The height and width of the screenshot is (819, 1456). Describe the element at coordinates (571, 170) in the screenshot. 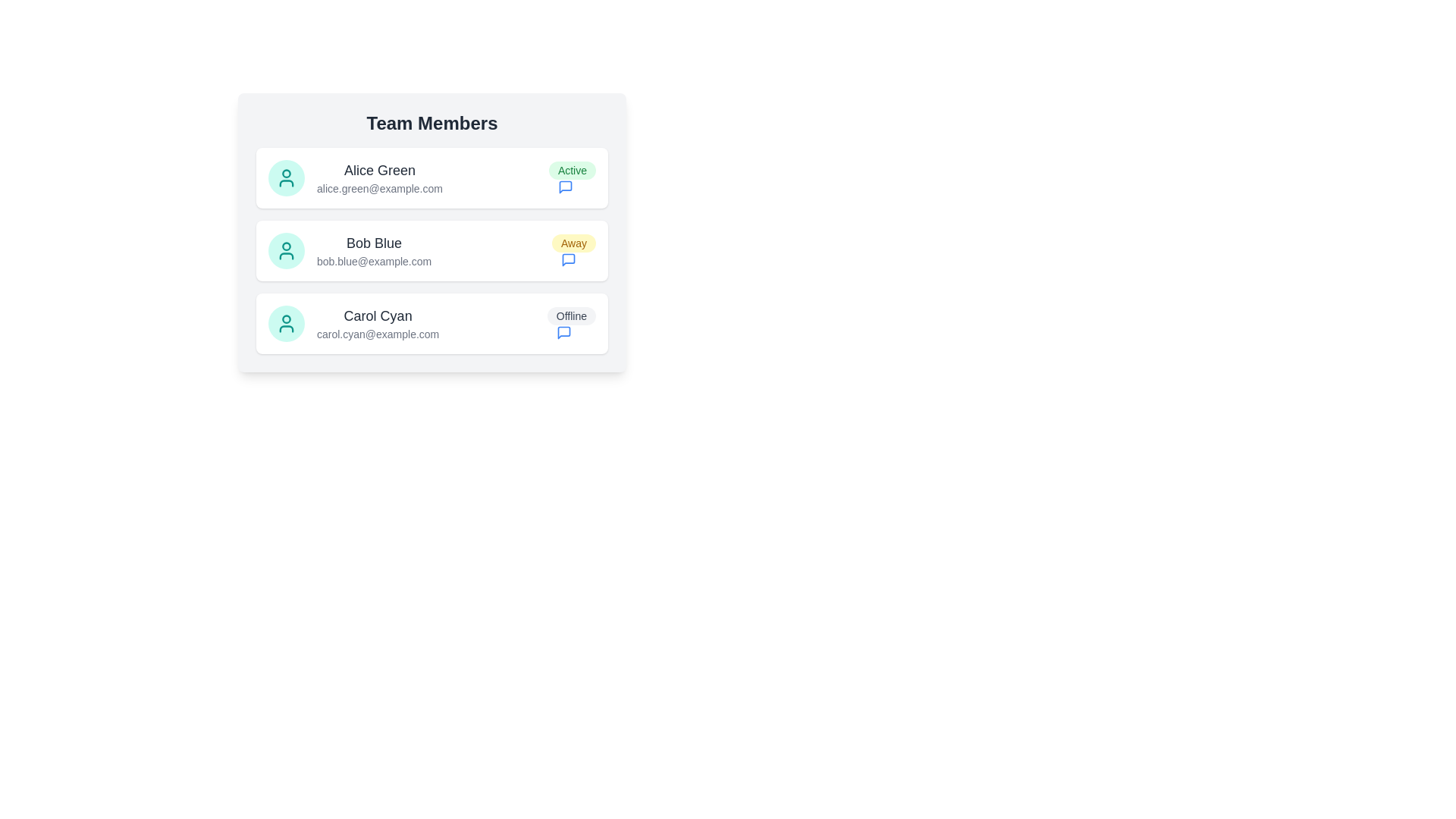

I see `the green pill-shaped badge that indicates 'Active', located to the right of user 'Alice Green' in the user information section` at that location.